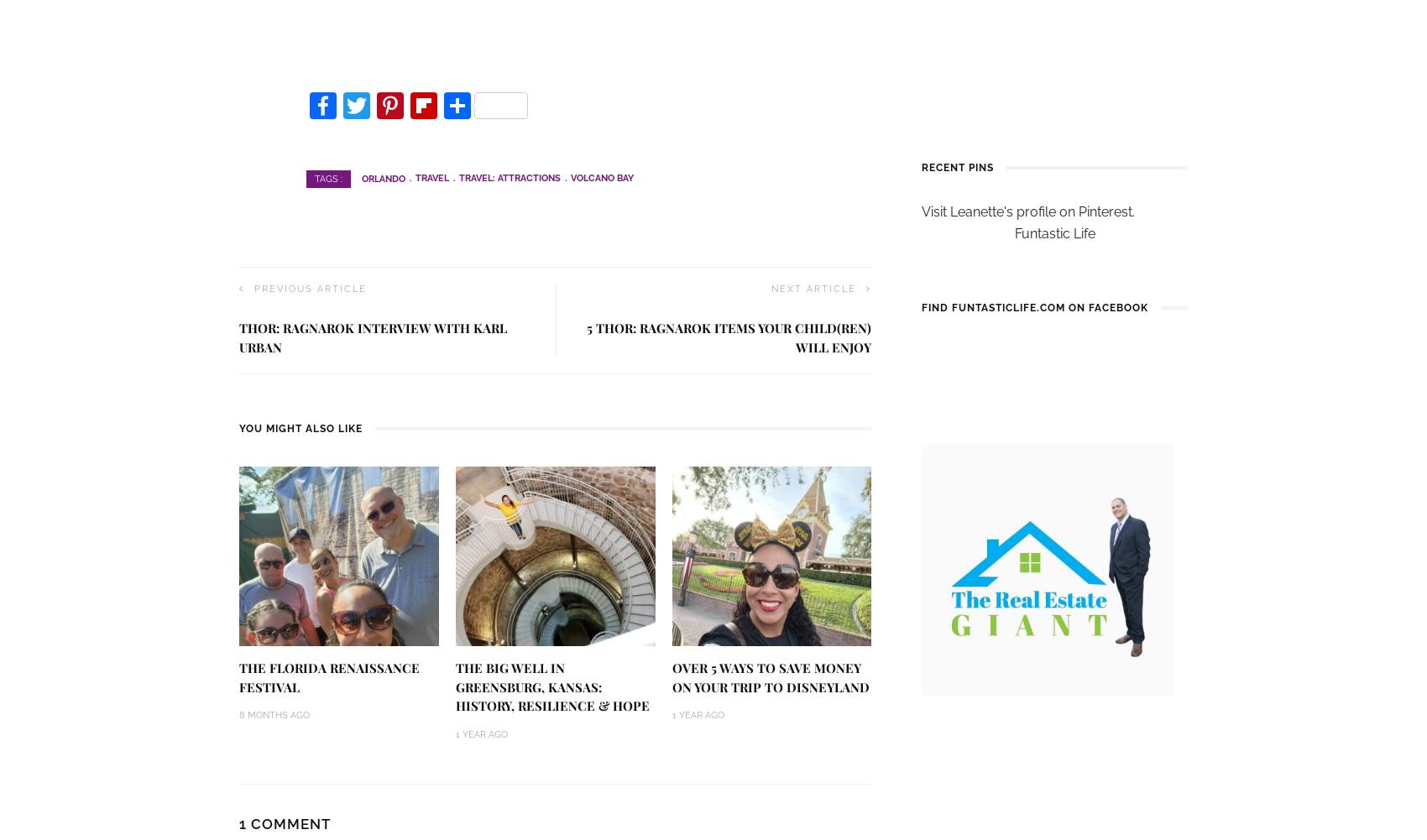 The height and width of the screenshot is (840, 1427). Describe the element at coordinates (254, 289) in the screenshot. I see `'previous article'` at that location.